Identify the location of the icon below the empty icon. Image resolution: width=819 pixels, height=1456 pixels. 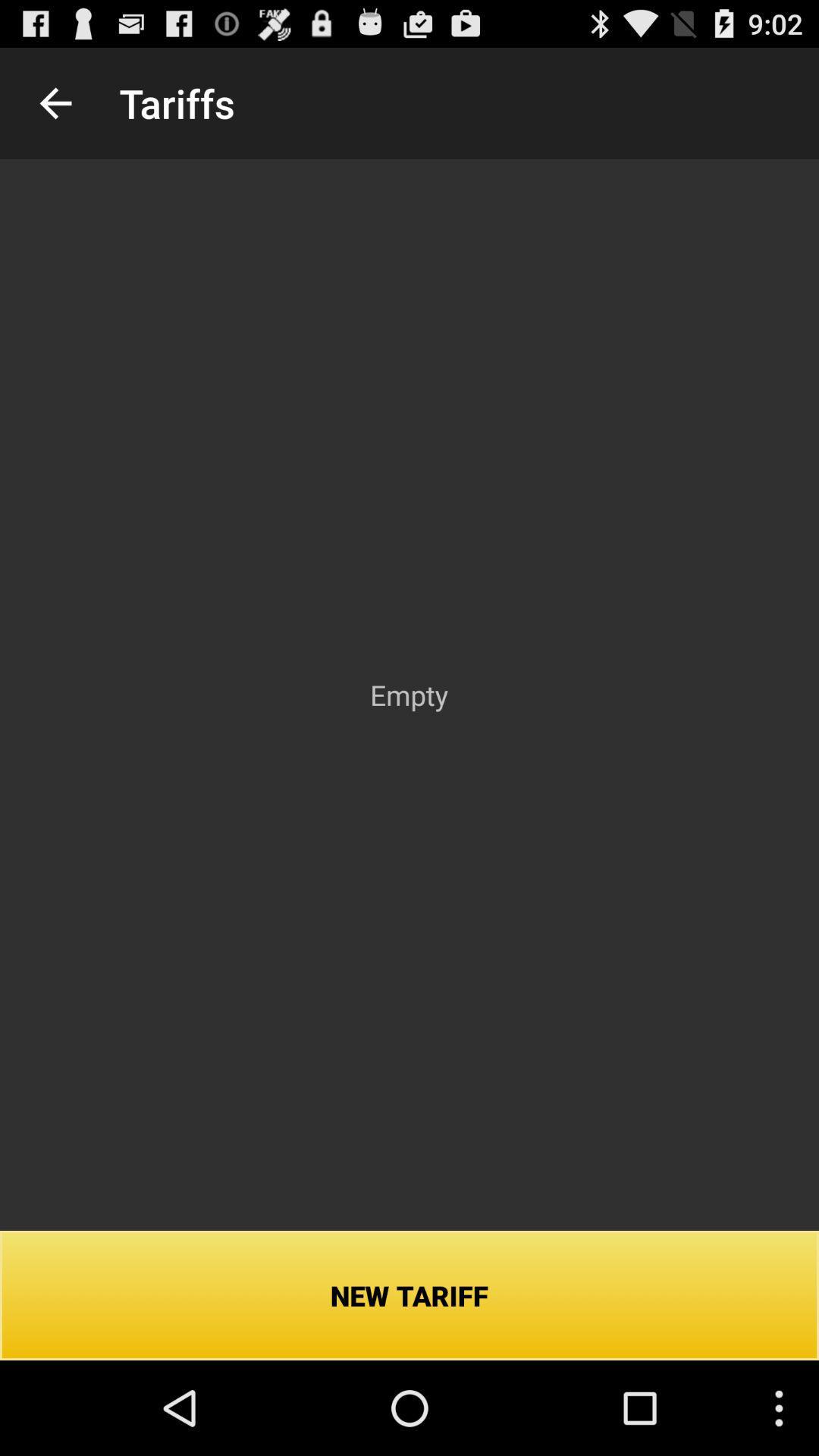
(409, 1294).